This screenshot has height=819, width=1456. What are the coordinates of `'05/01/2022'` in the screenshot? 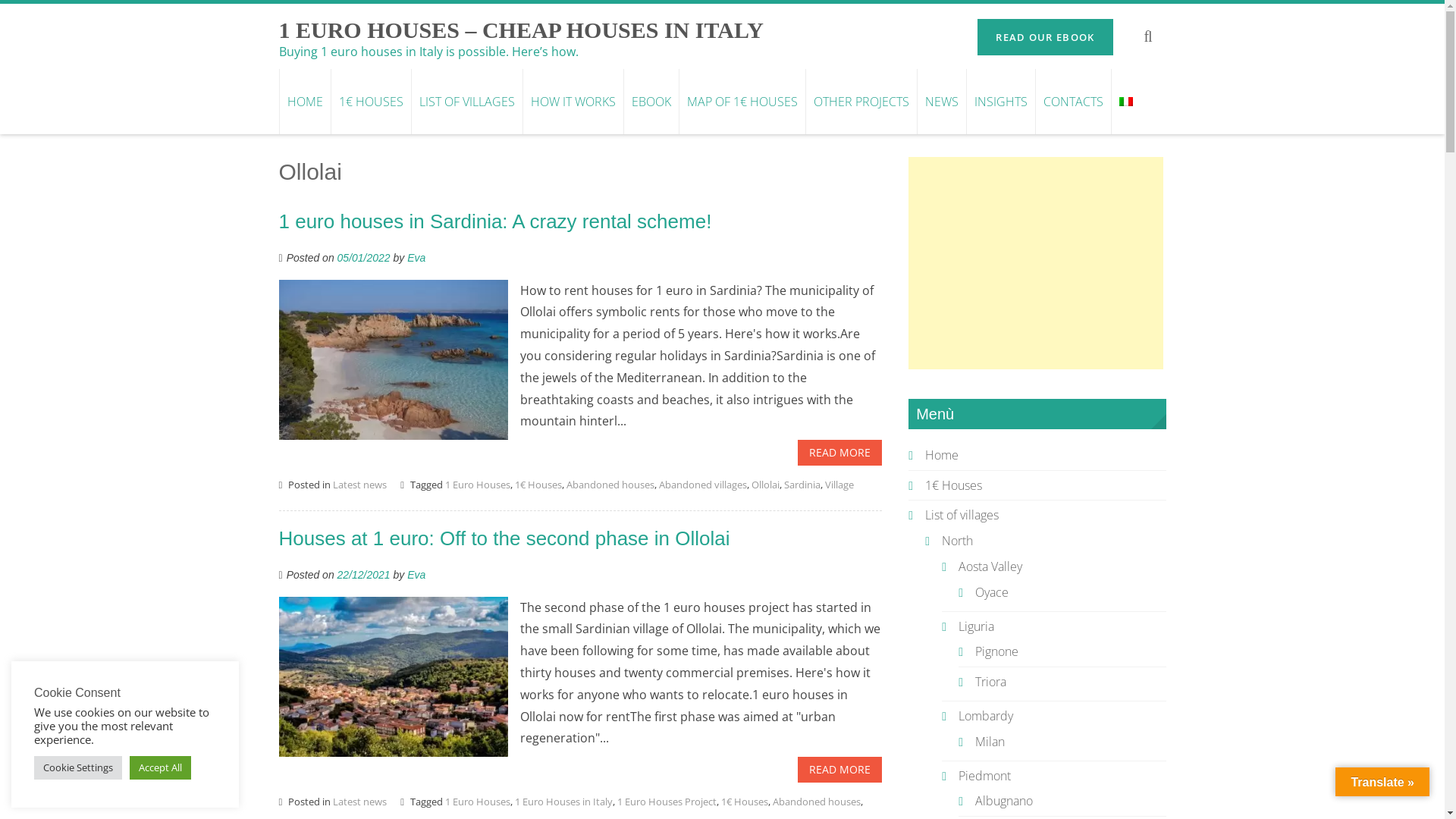 It's located at (364, 256).